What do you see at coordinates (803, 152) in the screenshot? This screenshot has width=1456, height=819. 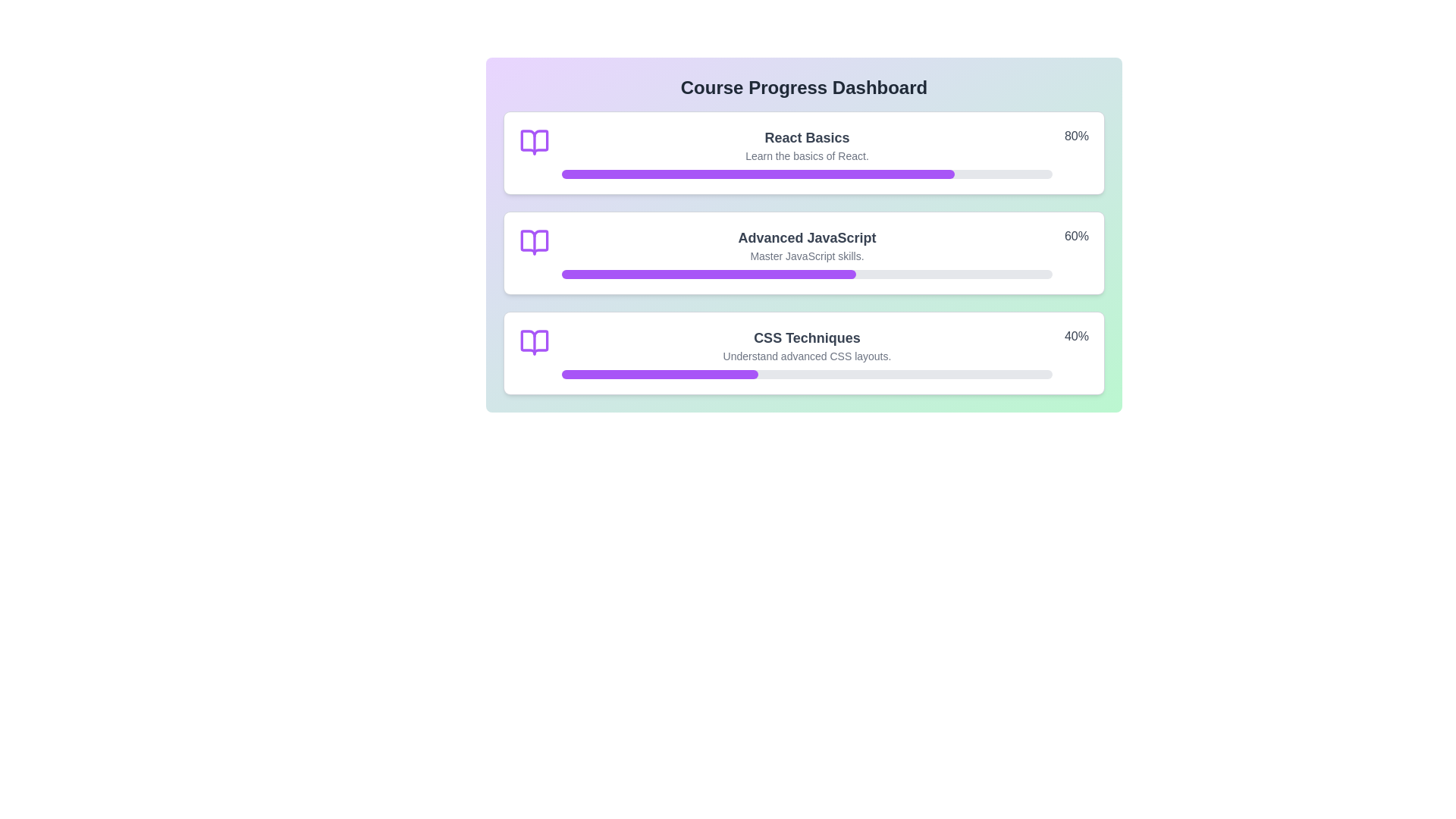 I see `the 'React Basics' informational card located at the top of the course progress cards list` at bounding box center [803, 152].